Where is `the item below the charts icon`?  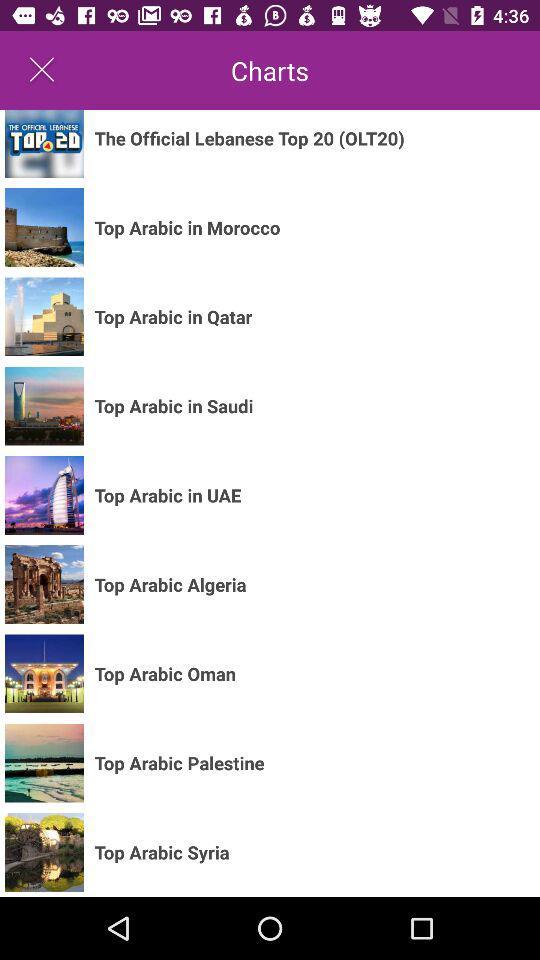 the item below the charts icon is located at coordinates (249, 137).